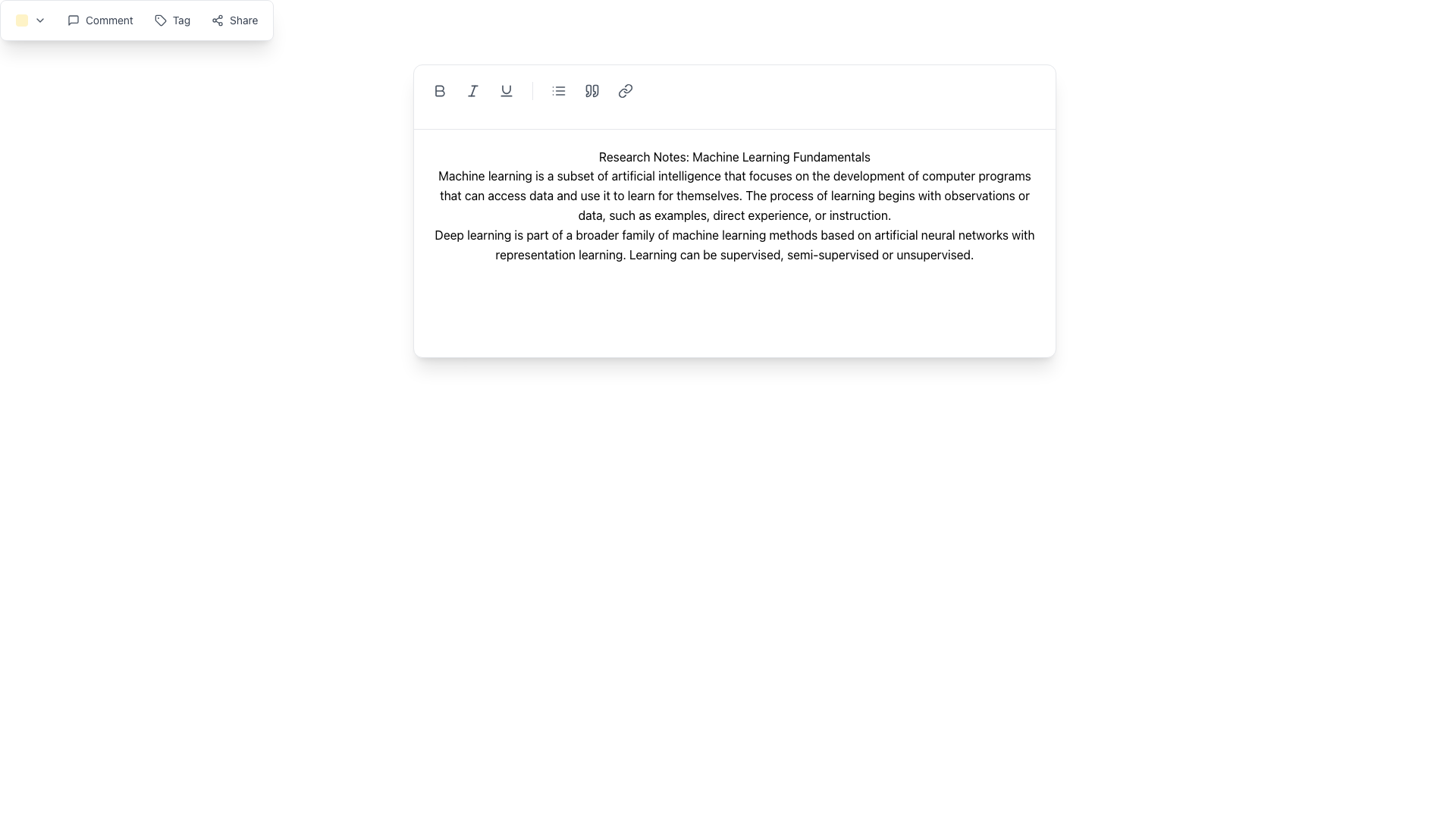 This screenshot has width=1456, height=819. What do you see at coordinates (472, 90) in the screenshot?
I see `the italic formatting icon located in the toolbar, which is the second icon following the bold icon and preceding the underline icon` at bounding box center [472, 90].